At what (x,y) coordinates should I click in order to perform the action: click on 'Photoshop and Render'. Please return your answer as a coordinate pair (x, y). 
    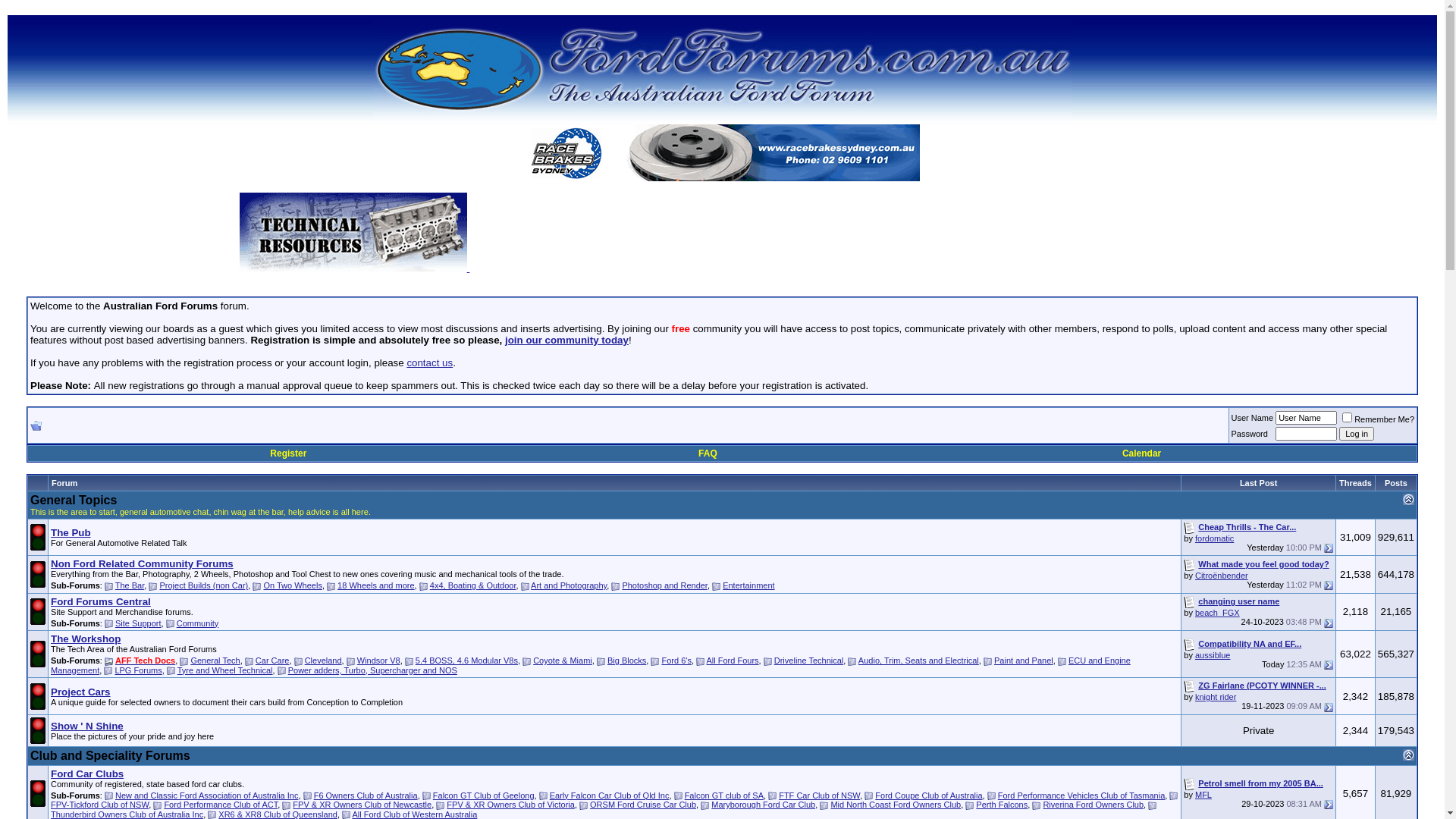
    Looking at the image, I should click on (622, 584).